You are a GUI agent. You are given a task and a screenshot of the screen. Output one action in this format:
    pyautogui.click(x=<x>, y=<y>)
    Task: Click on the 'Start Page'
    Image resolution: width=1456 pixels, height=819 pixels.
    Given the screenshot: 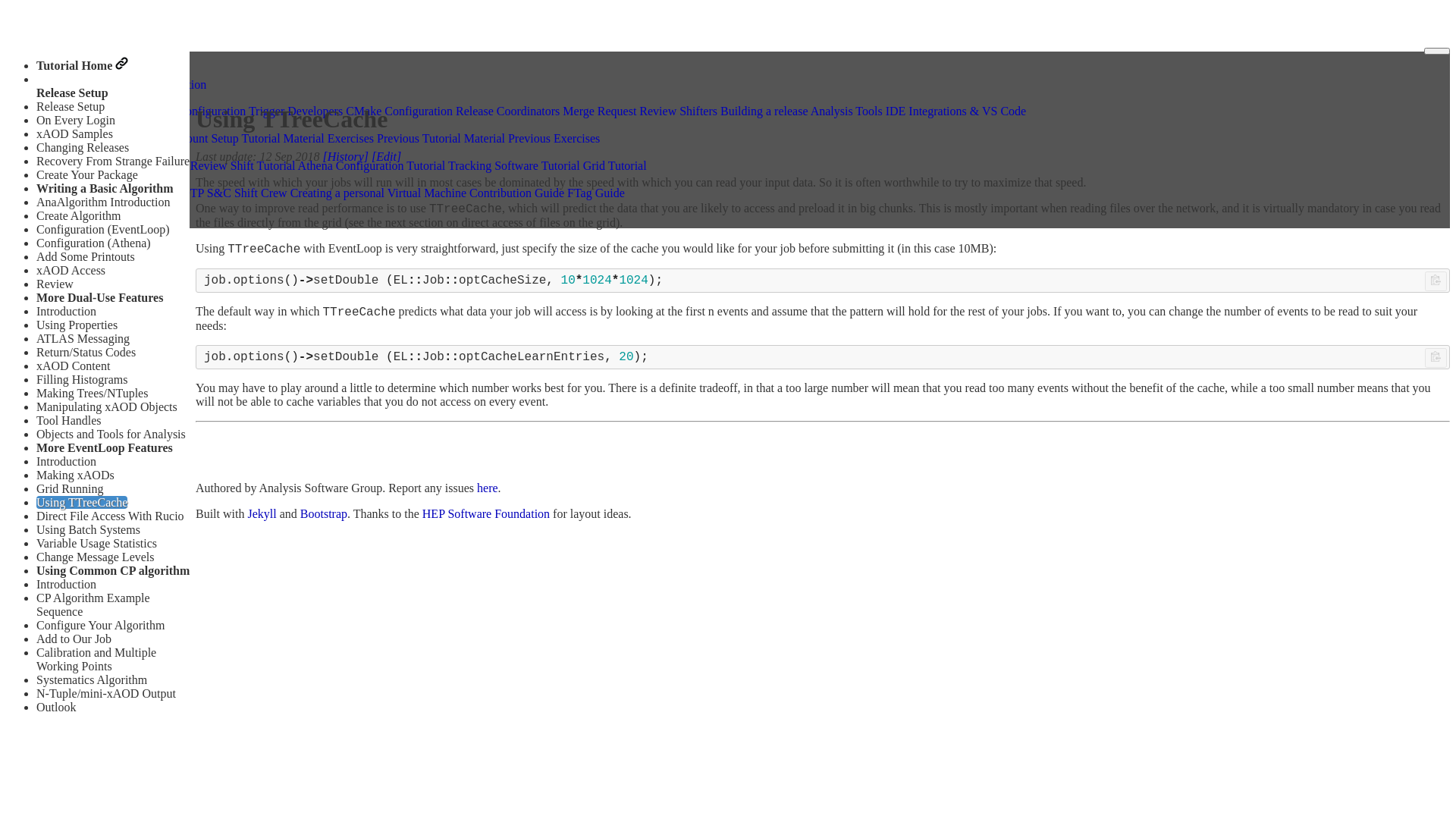 What is the action you would take?
    pyautogui.click(x=43, y=138)
    